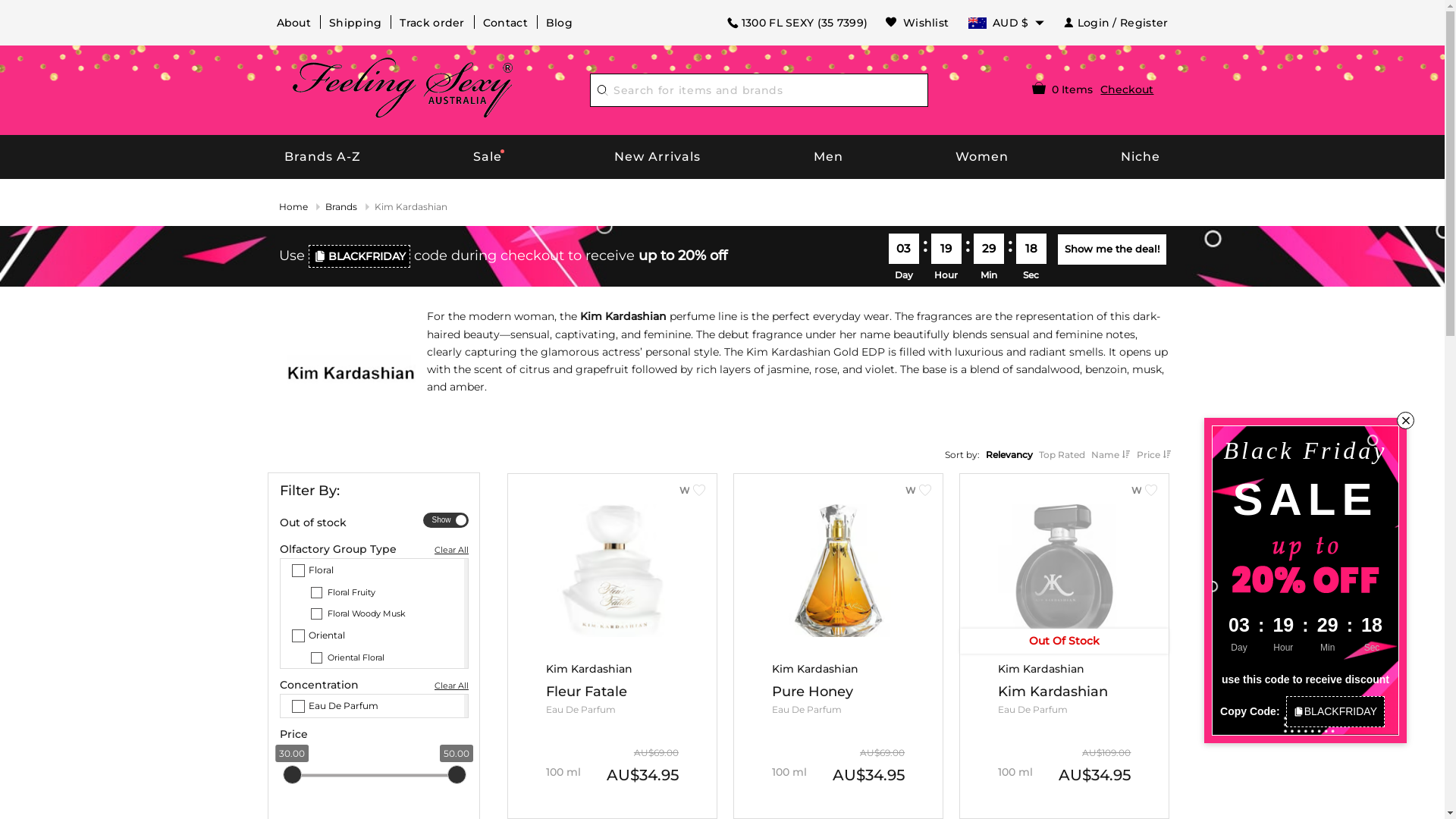  Describe the element at coordinates (956, 23) in the screenshot. I see `'AUD $'` at that location.